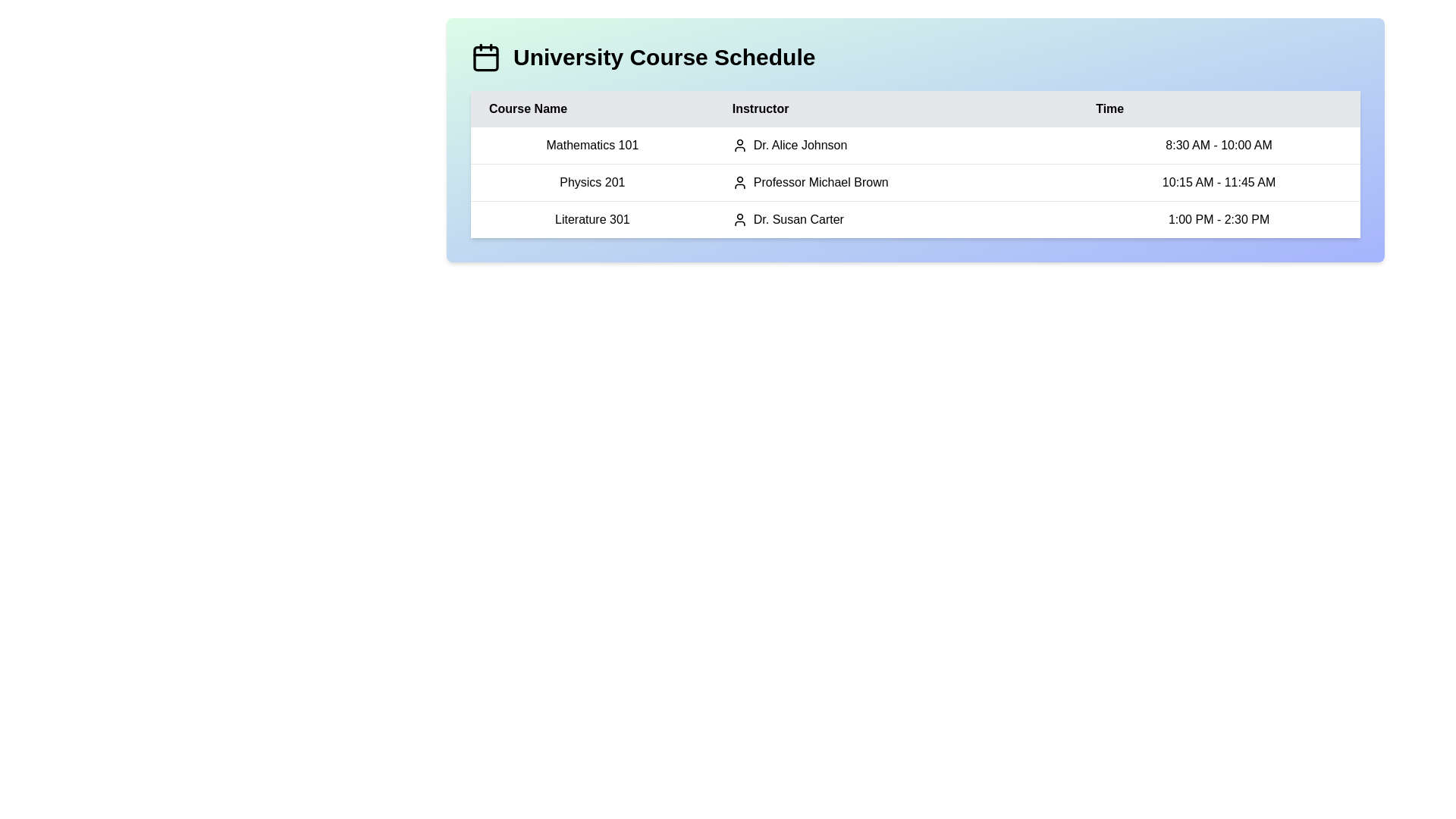  I want to click on the text label displaying 'Mathematics 101' in the 'Course Name' column of the 'University Course Schedule' table, so click(591, 146).